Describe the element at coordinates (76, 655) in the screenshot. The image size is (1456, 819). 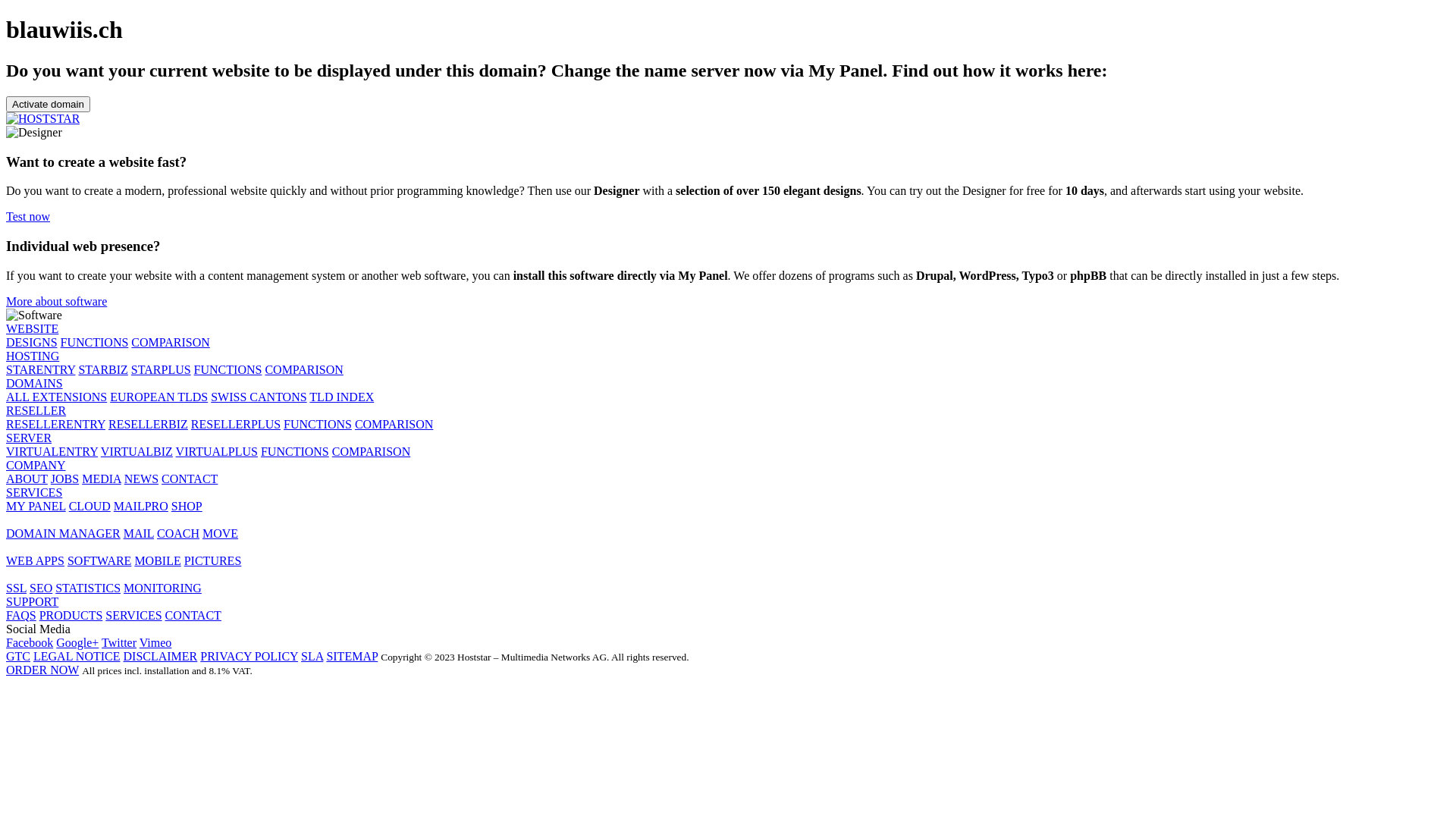
I see `'LEGAL NOTICE'` at that location.